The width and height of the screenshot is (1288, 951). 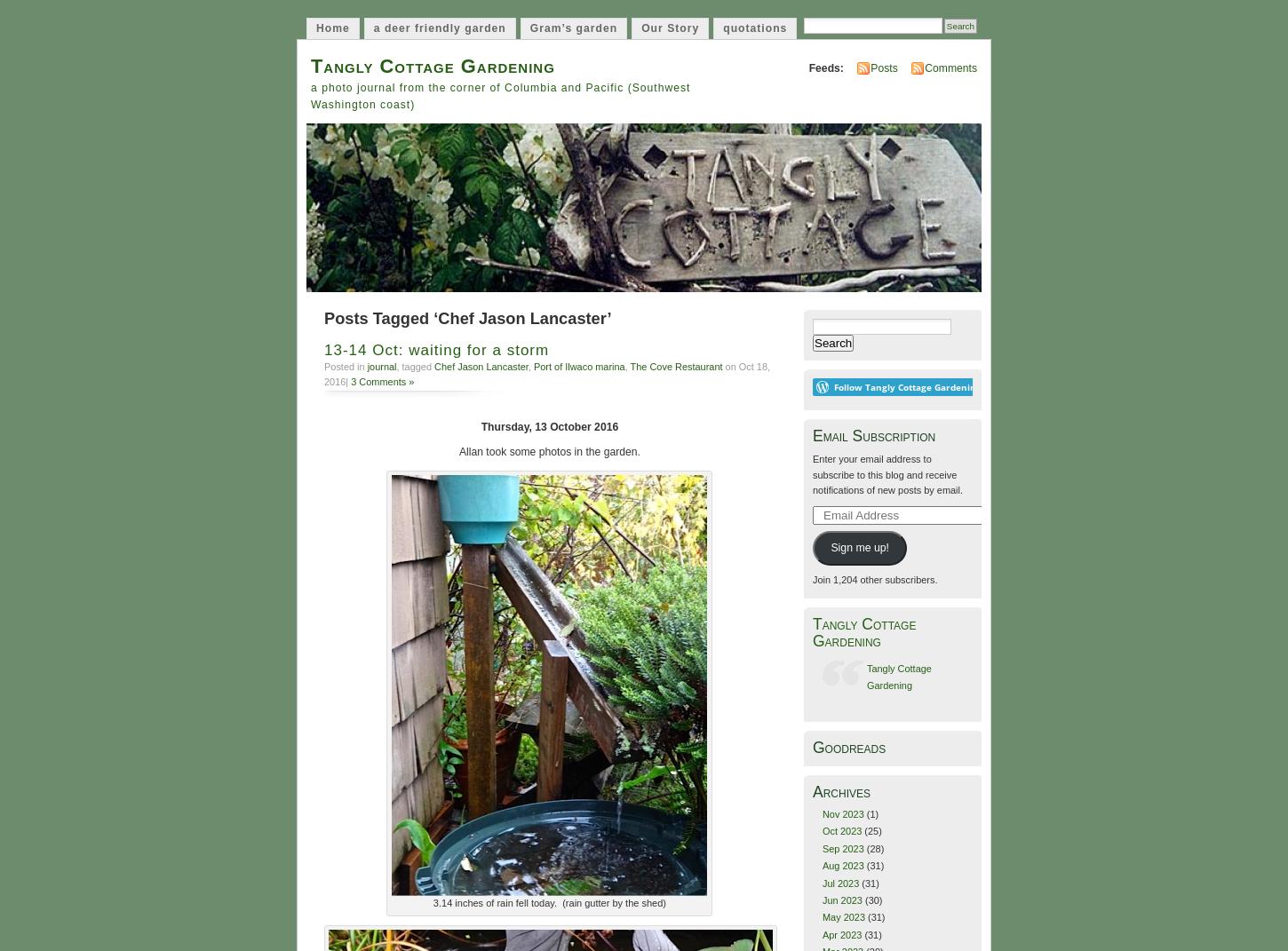 What do you see at coordinates (811, 435) in the screenshot?
I see `'Email Subscription'` at bounding box center [811, 435].